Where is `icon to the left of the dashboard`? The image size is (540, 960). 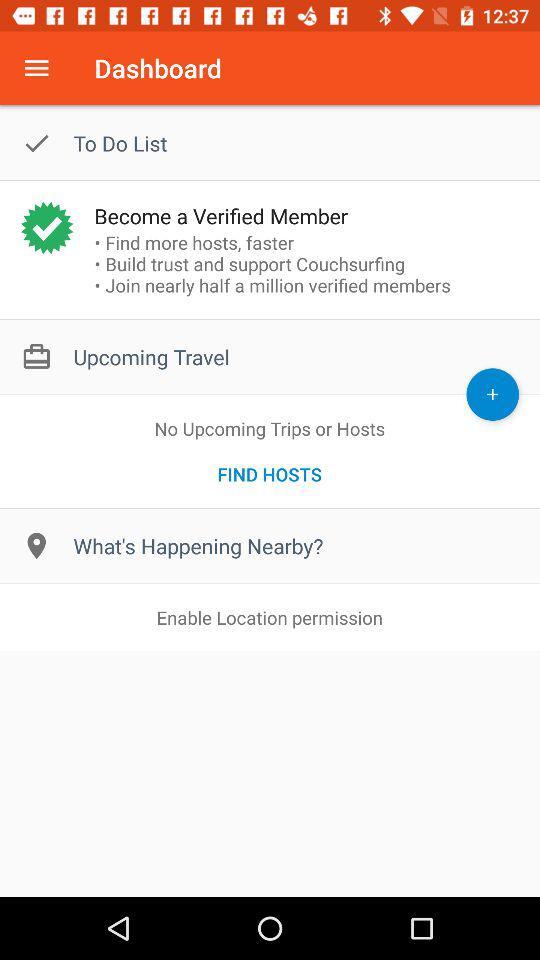
icon to the left of the dashboard is located at coordinates (36, 68).